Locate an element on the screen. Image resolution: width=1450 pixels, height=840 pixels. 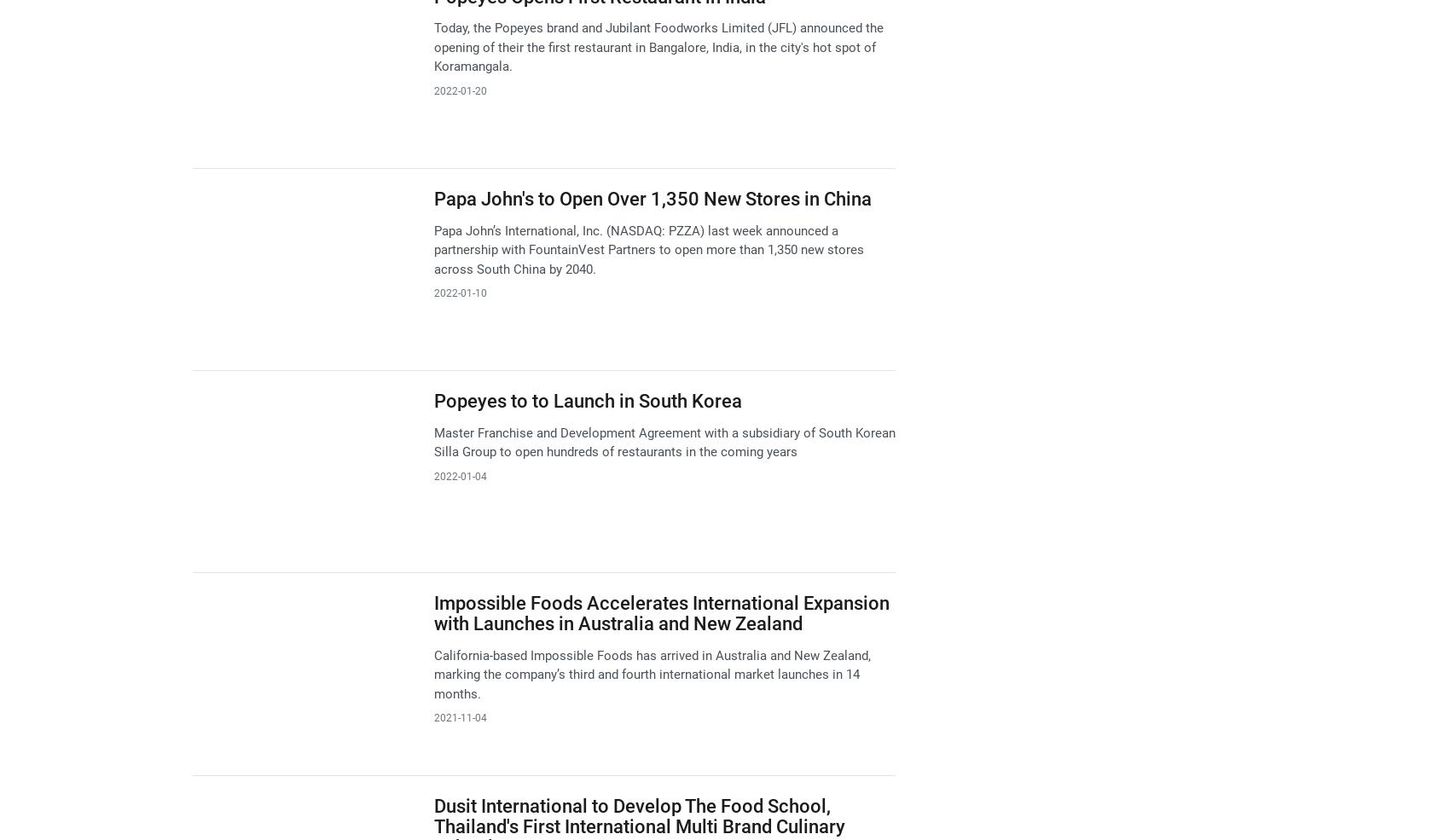
'2022-01-04' is located at coordinates (459, 476).